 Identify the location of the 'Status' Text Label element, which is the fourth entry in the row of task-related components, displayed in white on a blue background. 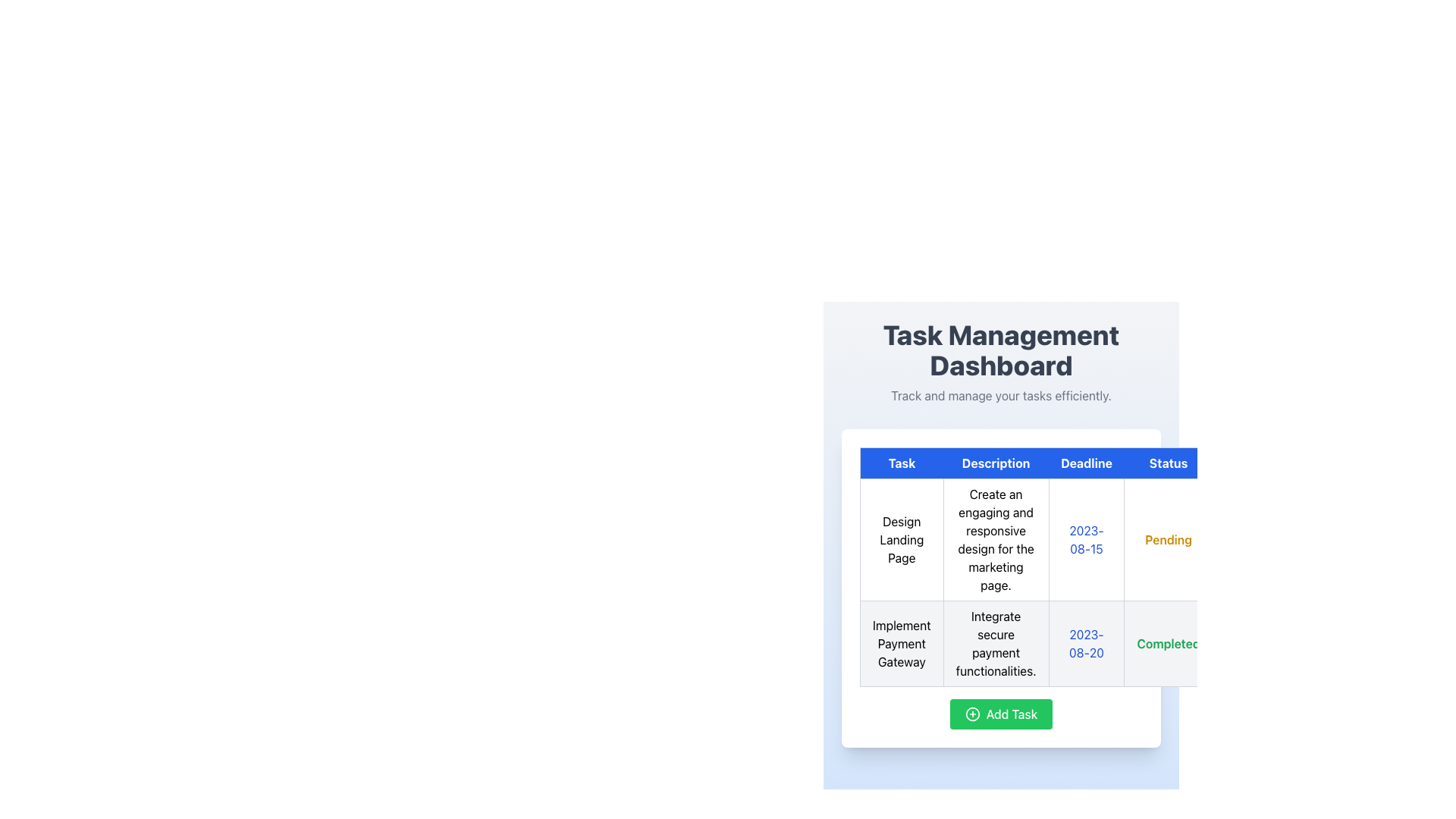
(1168, 462).